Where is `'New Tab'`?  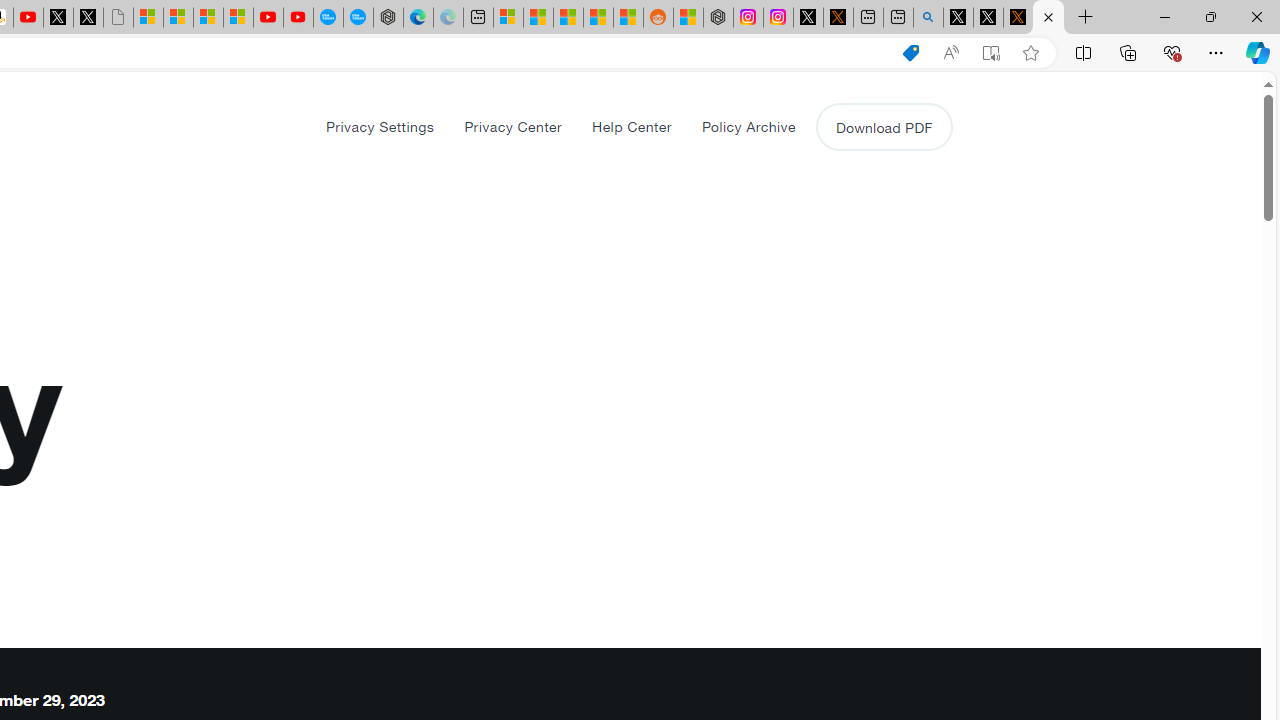
'New Tab' is located at coordinates (1085, 17).